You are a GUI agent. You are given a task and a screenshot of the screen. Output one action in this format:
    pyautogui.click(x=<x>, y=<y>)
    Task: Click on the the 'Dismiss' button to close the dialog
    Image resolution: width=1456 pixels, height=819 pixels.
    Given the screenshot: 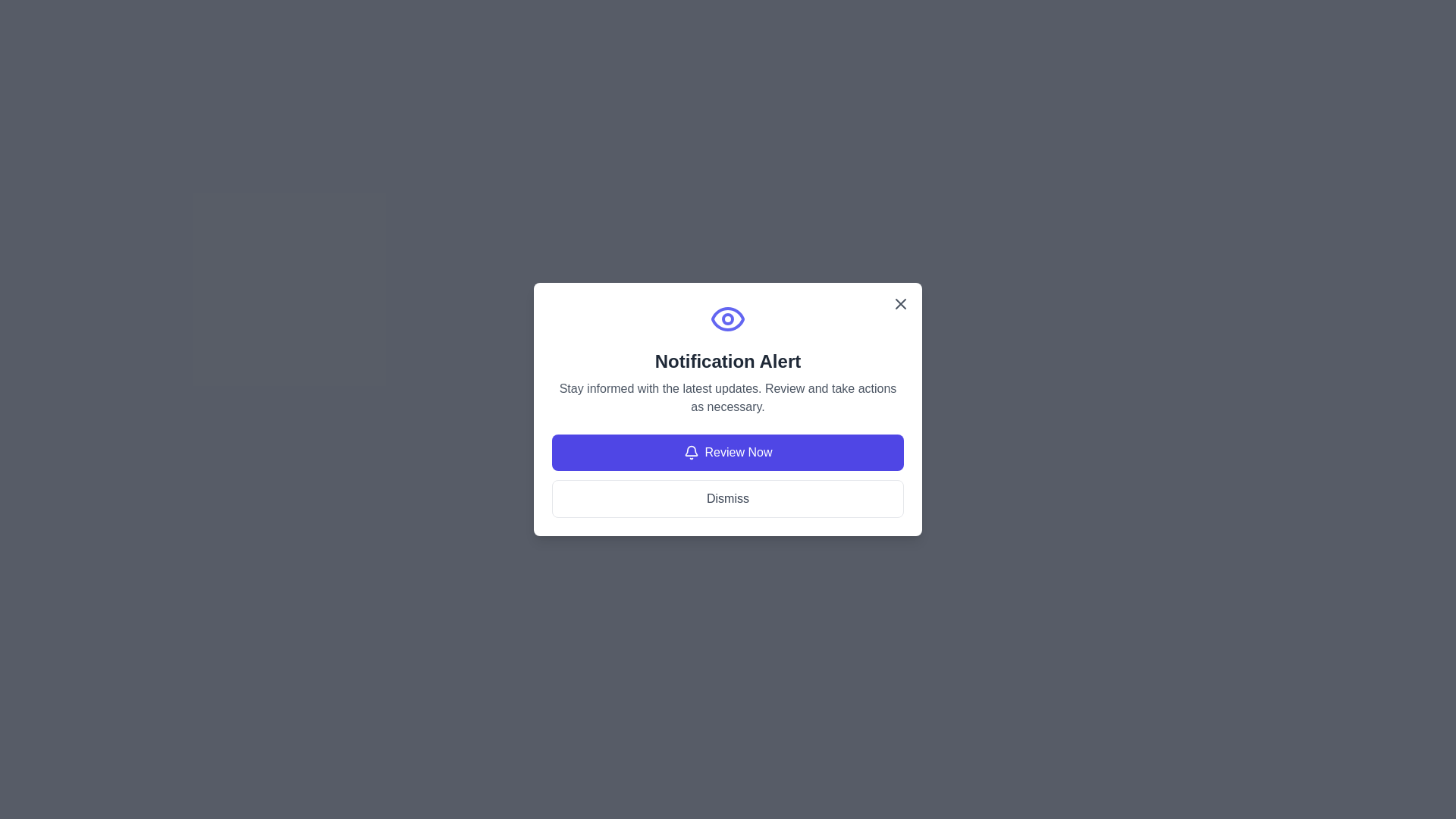 What is the action you would take?
    pyautogui.click(x=728, y=499)
    